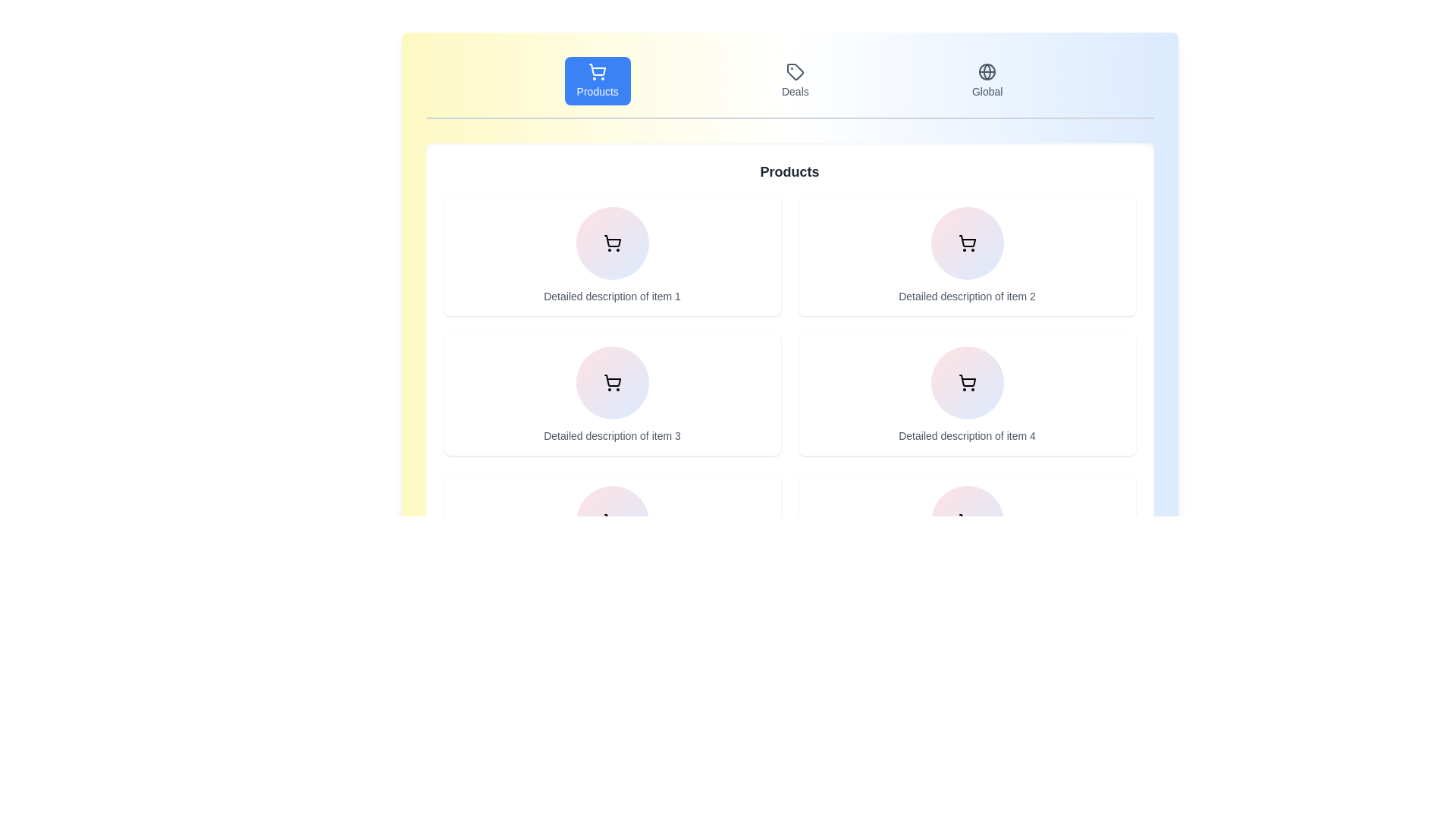 The height and width of the screenshot is (819, 1456). What do you see at coordinates (597, 81) in the screenshot?
I see `the Products tab by clicking on the corresponding button` at bounding box center [597, 81].